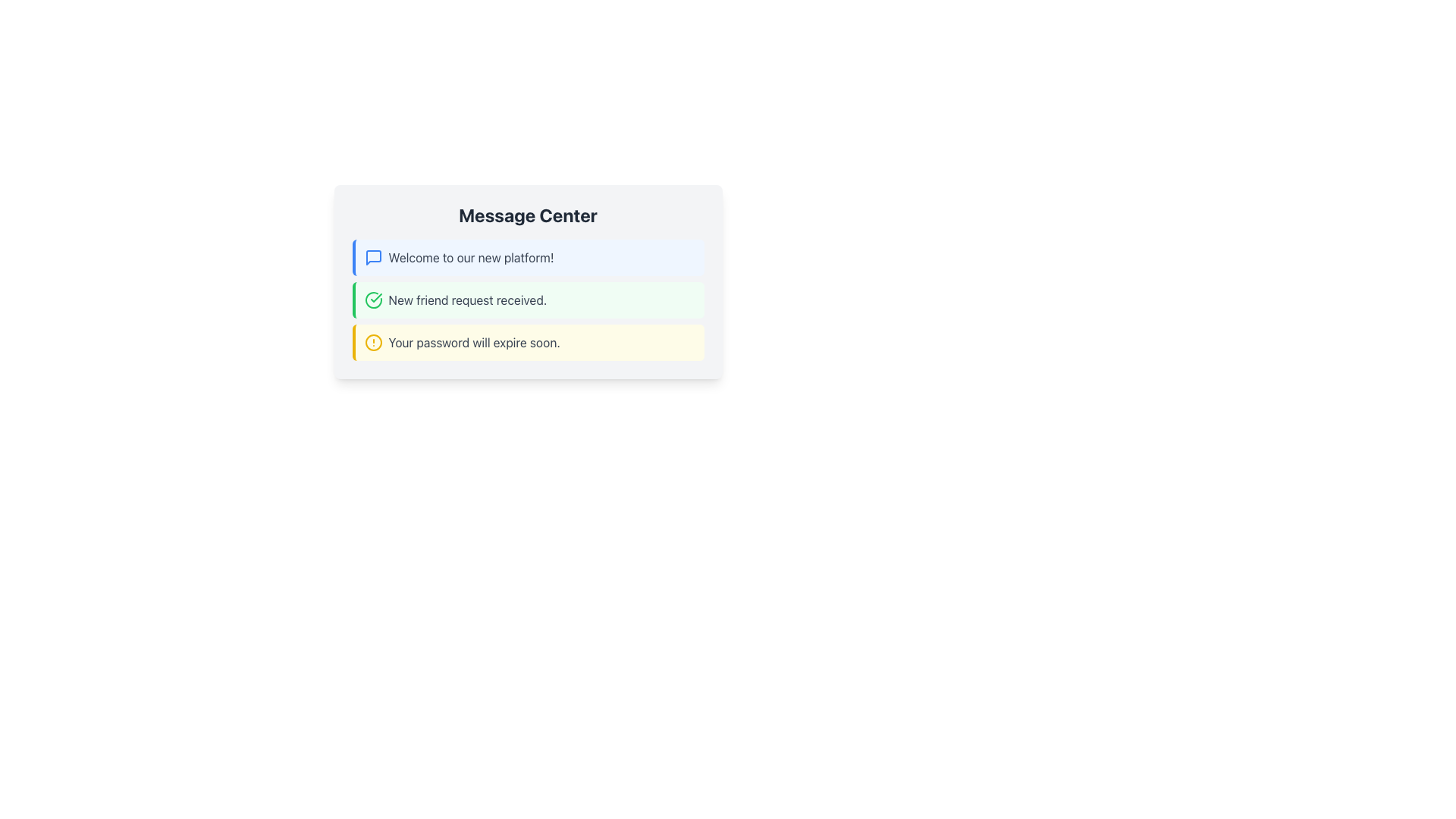 This screenshot has width=1456, height=819. What do you see at coordinates (466, 300) in the screenshot?
I see `the static text element that conveys the message 'New friend request received.', located in the middle of a notification card, aligned with the checkmark icon to its left` at bounding box center [466, 300].